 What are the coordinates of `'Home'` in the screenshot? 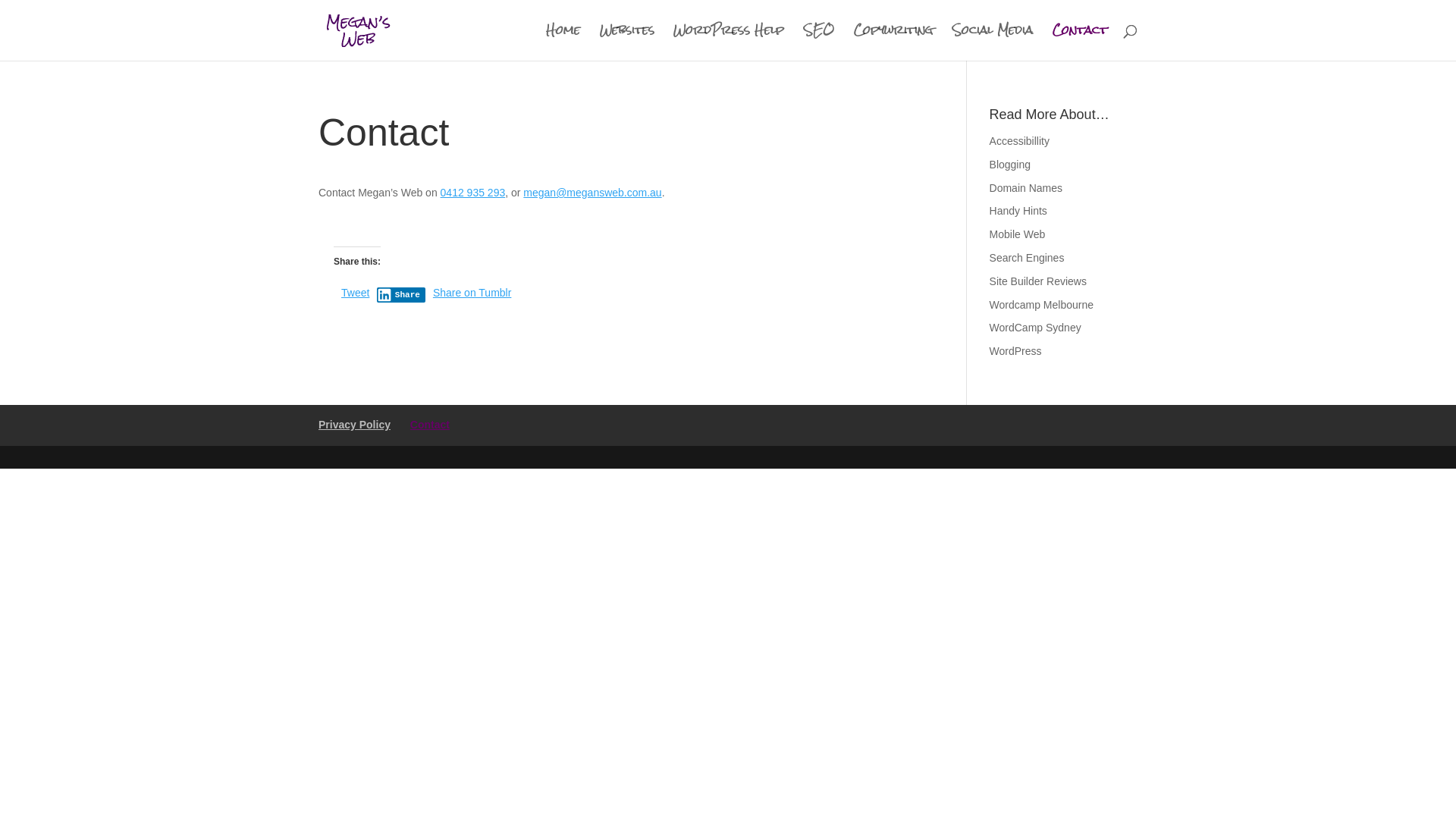 It's located at (562, 42).